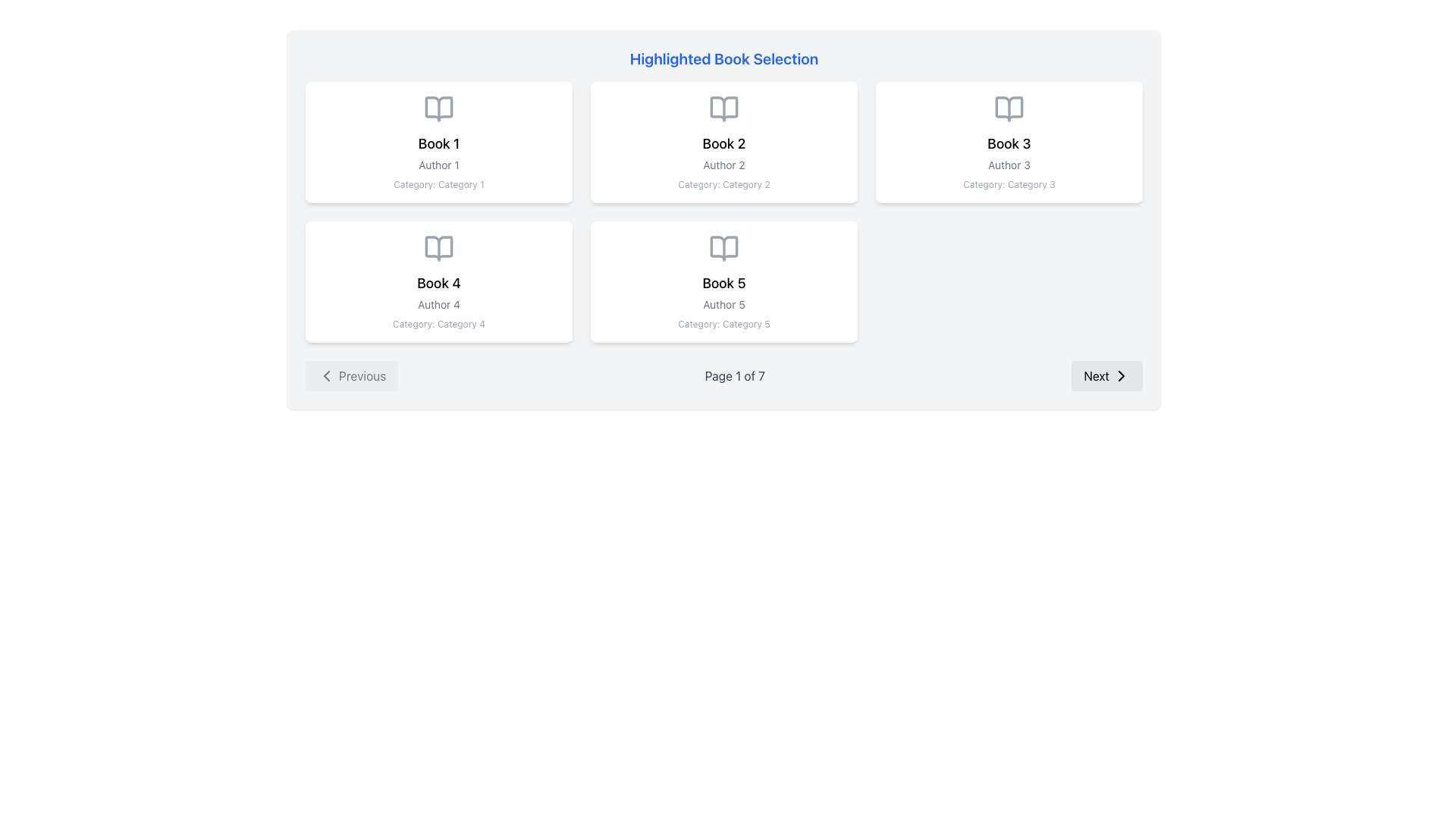  What do you see at coordinates (1009, 108) in the screenshot?
I see `the decorative book icon located at the top-center of the card labeled 'Book 3, Author 3, Category: Category 3', situated above the text 'Book 3'` at bounding box center [1009, 108].